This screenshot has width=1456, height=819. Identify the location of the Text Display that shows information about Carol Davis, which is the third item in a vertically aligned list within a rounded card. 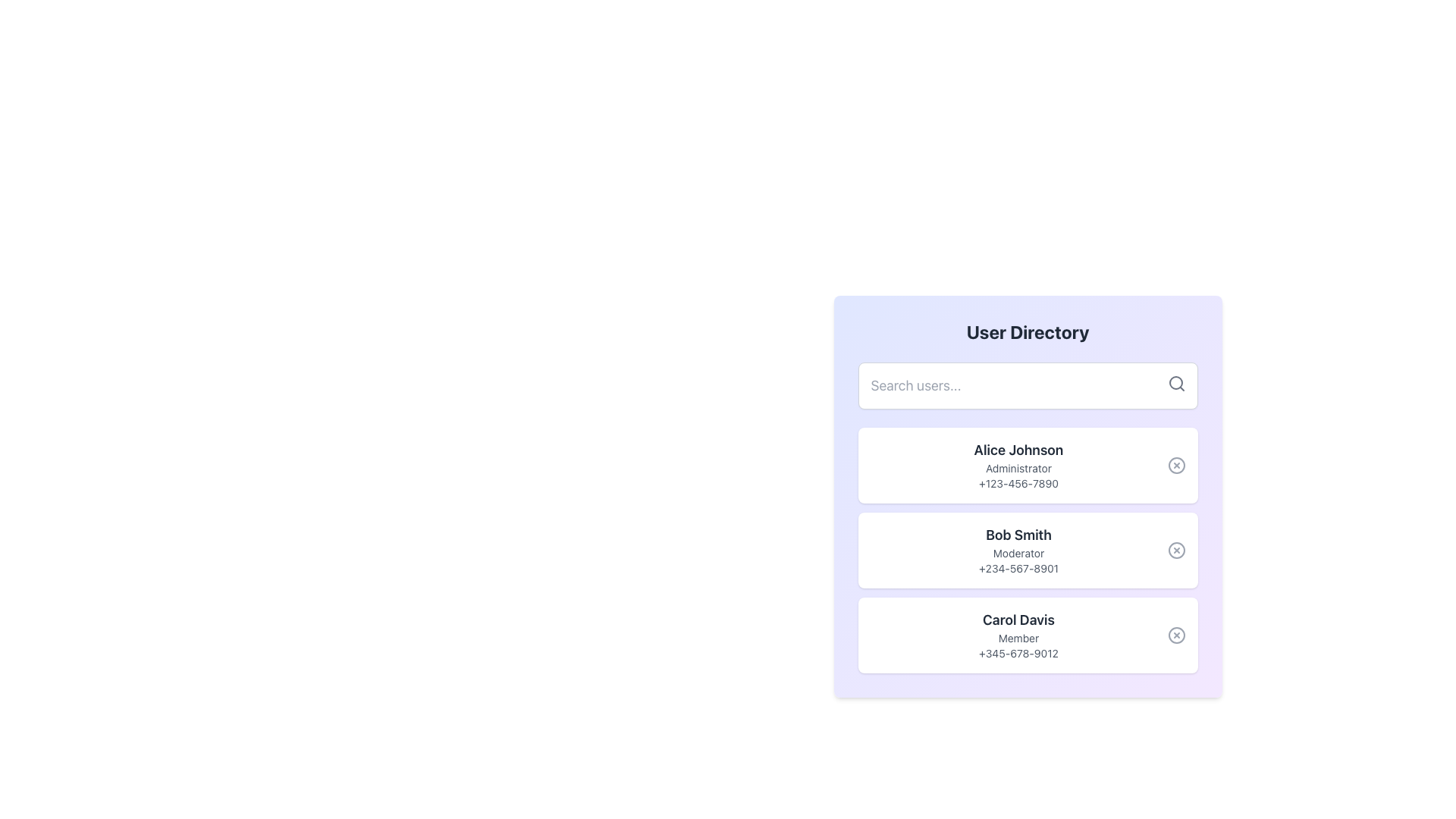
(1018, 635).